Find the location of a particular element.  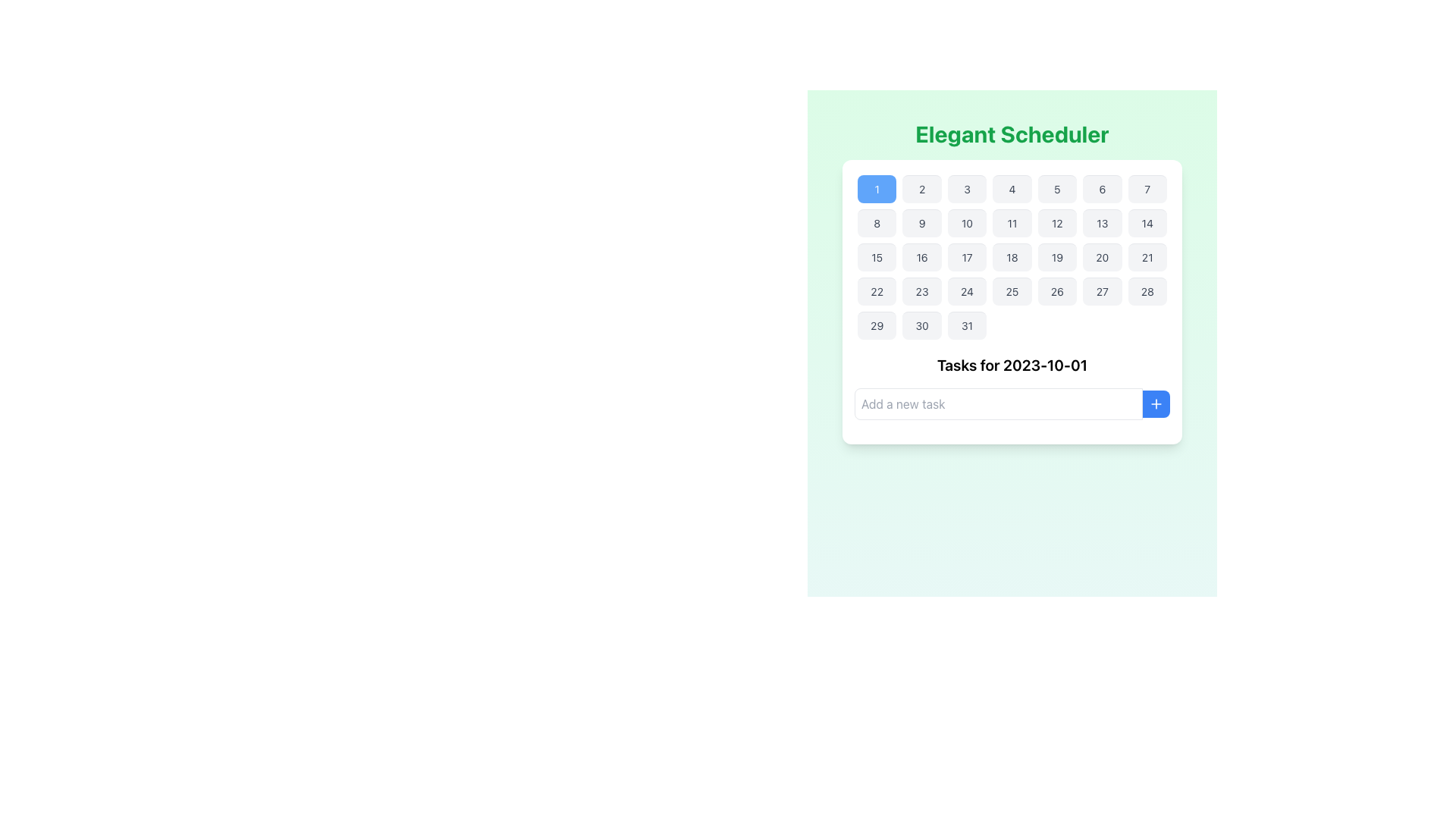

from the selectable day button in the calendar interface is located at coordinates (877, 325).